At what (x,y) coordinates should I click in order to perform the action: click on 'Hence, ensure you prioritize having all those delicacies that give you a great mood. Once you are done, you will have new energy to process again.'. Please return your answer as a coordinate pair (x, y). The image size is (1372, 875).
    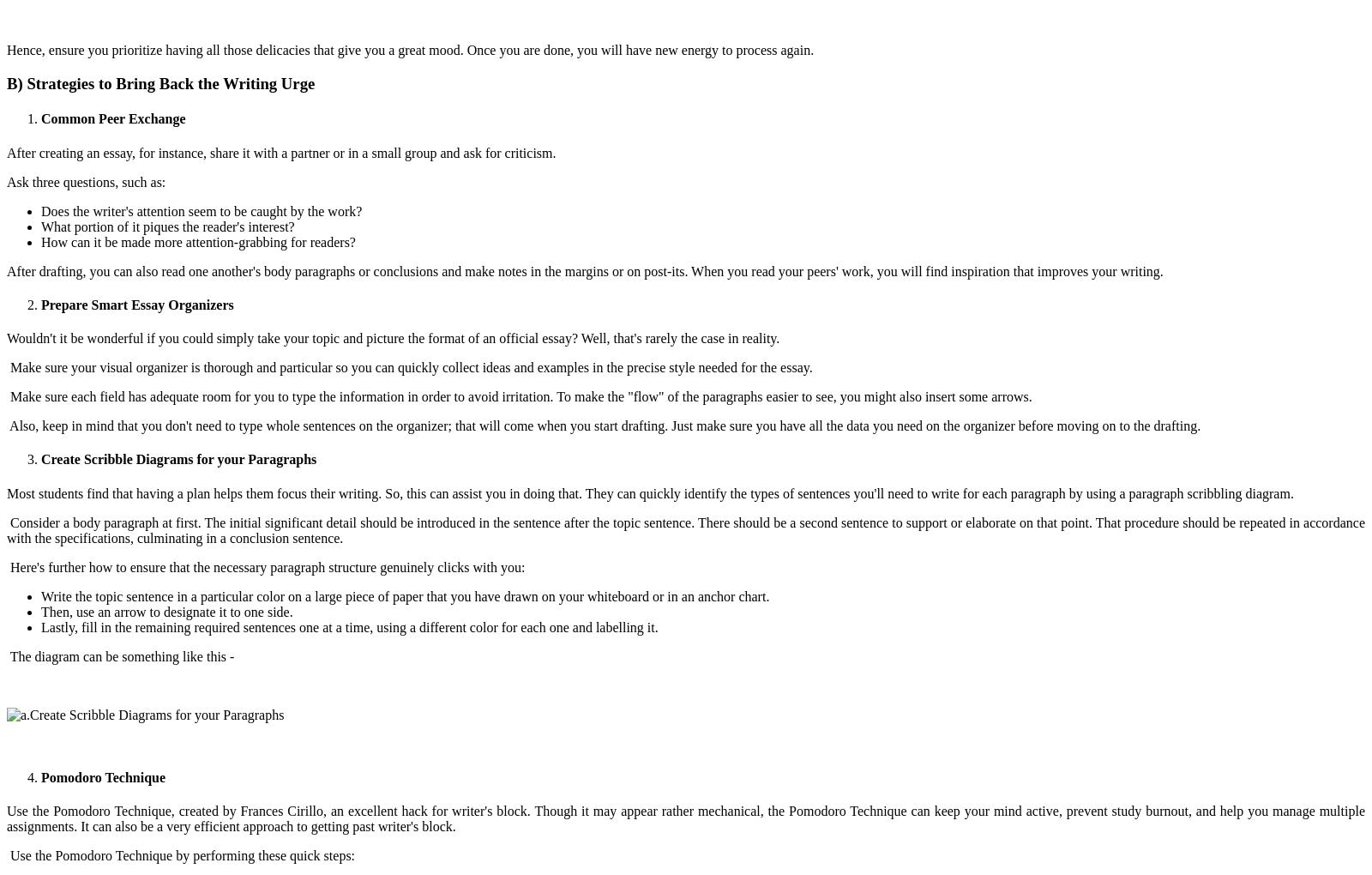
    Looking at the image, I should click on (409, 50).